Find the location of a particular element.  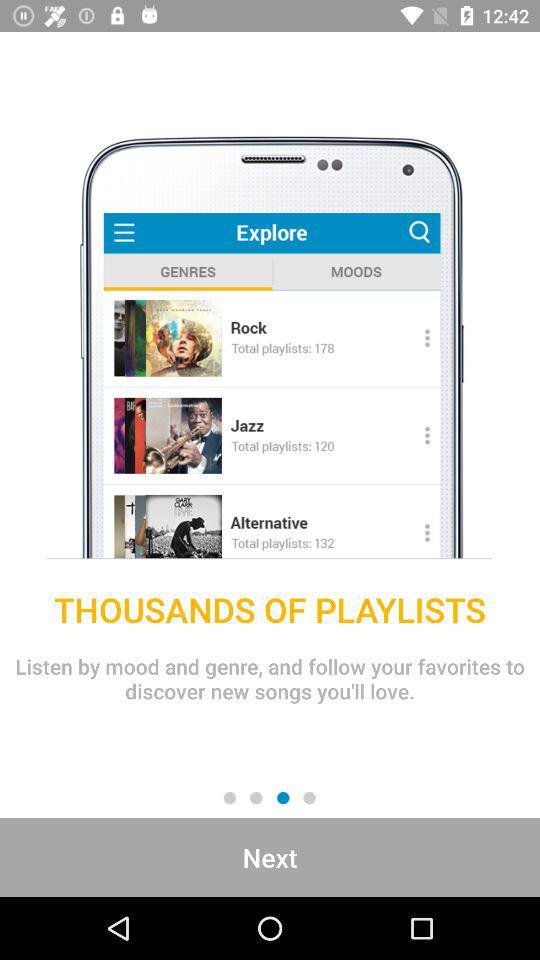

next is located at coordinates (270, 856).